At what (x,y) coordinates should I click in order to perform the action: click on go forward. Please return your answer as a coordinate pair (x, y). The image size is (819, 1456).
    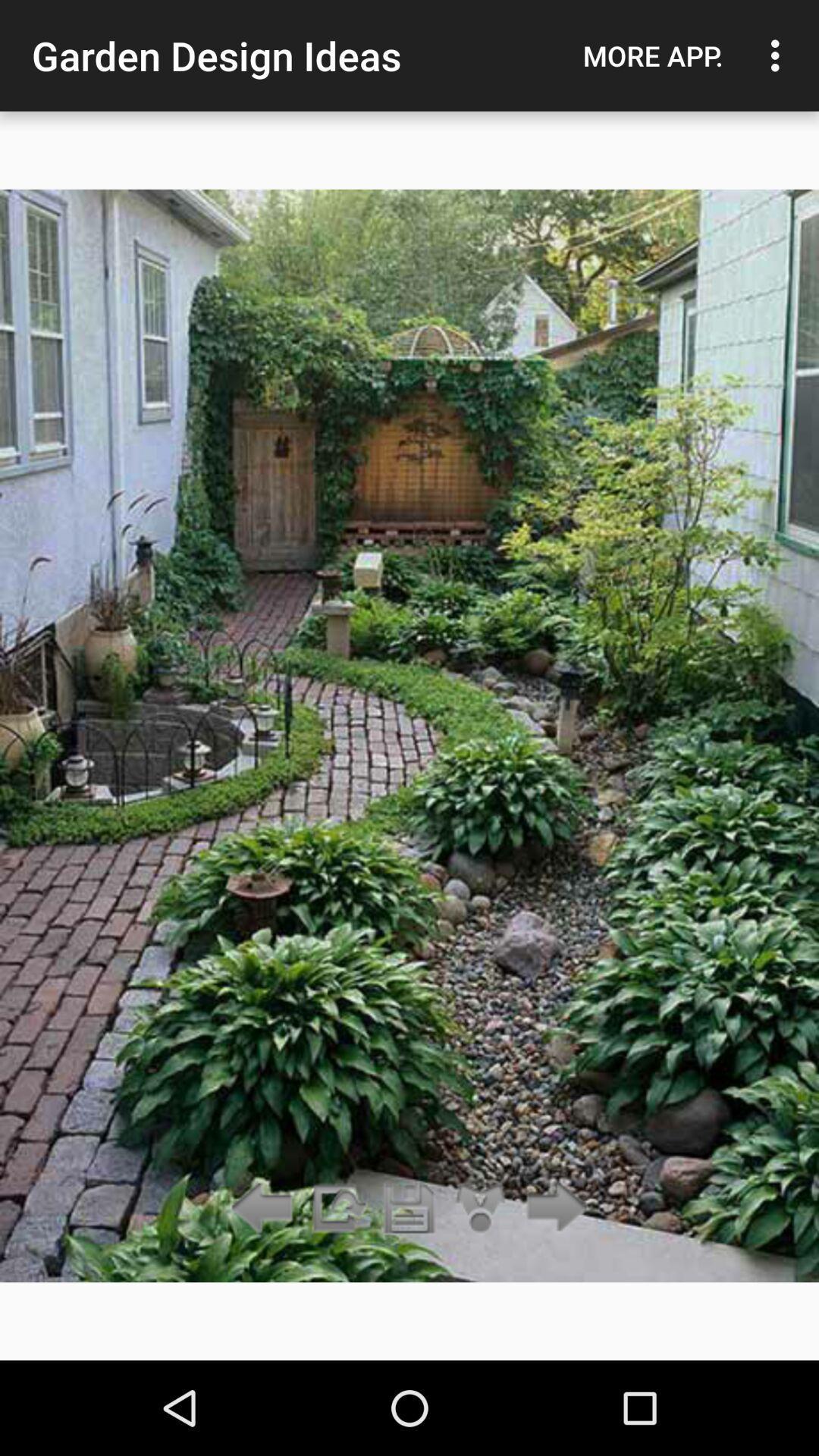
    Looking at the image, I should click on (553, 1208).